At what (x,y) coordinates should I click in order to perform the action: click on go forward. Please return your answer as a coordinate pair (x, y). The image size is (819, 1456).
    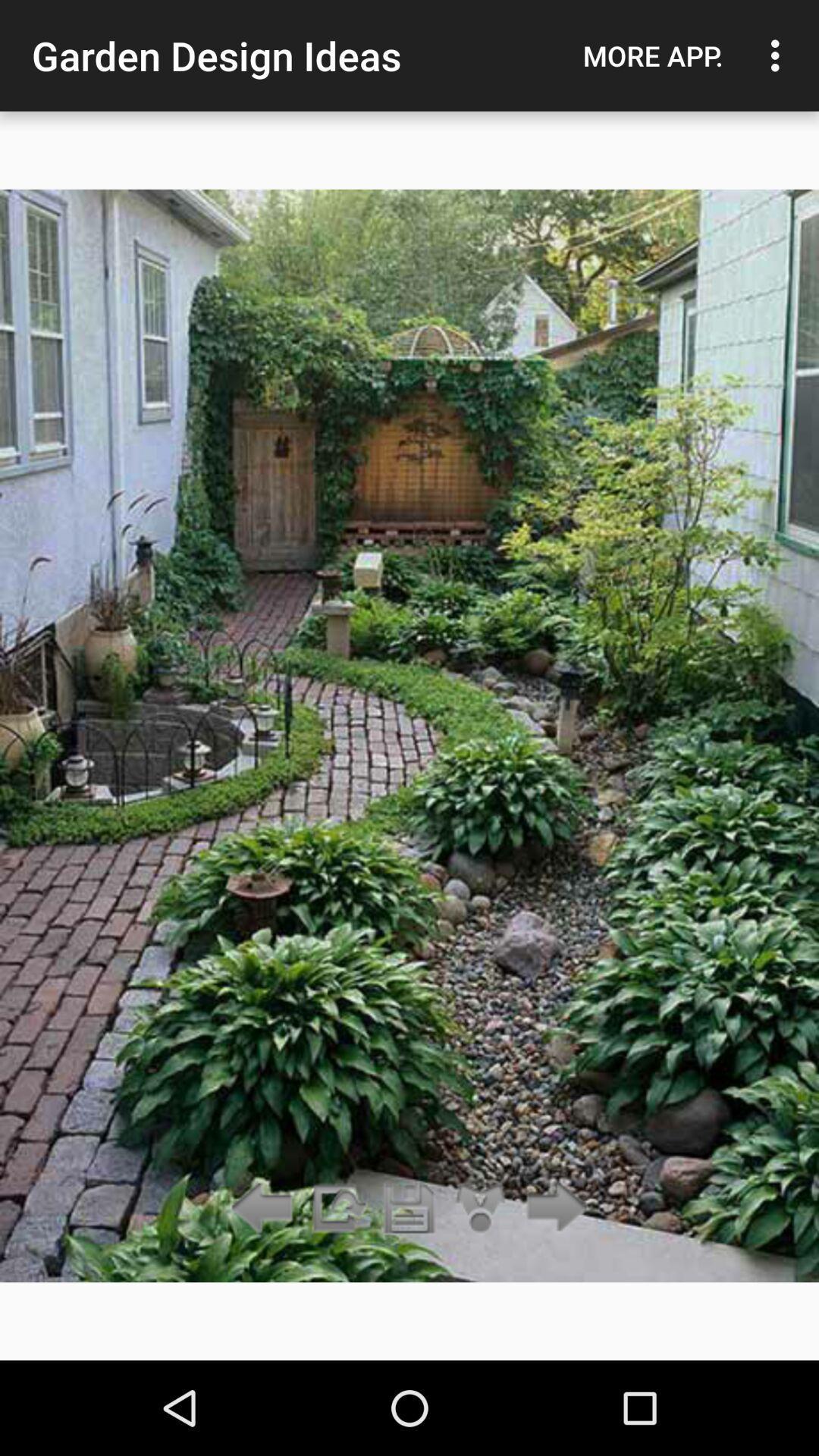
    Looking at the image, I should click on (553, 1208).